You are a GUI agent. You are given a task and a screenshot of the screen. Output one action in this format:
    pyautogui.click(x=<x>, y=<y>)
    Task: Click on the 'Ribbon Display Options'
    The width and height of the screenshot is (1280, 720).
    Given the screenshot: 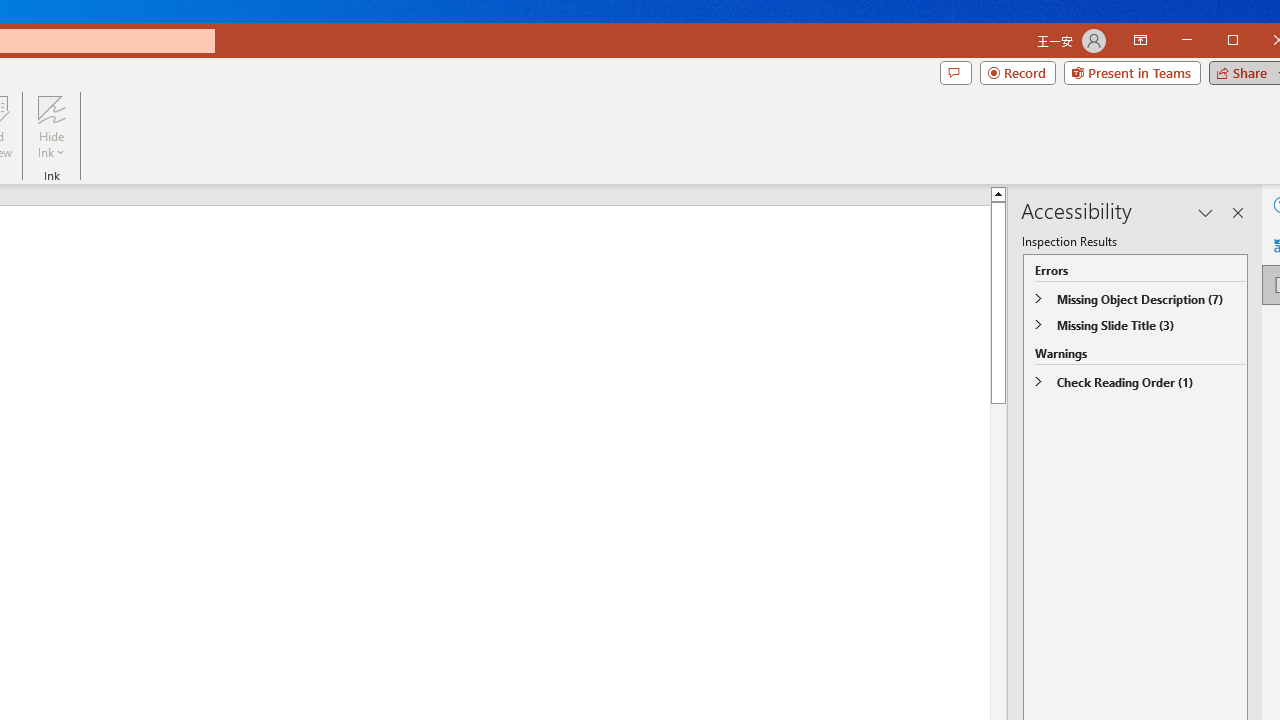 What is the action you would take?
    pyautogui.click(x=1140, y=41)
    